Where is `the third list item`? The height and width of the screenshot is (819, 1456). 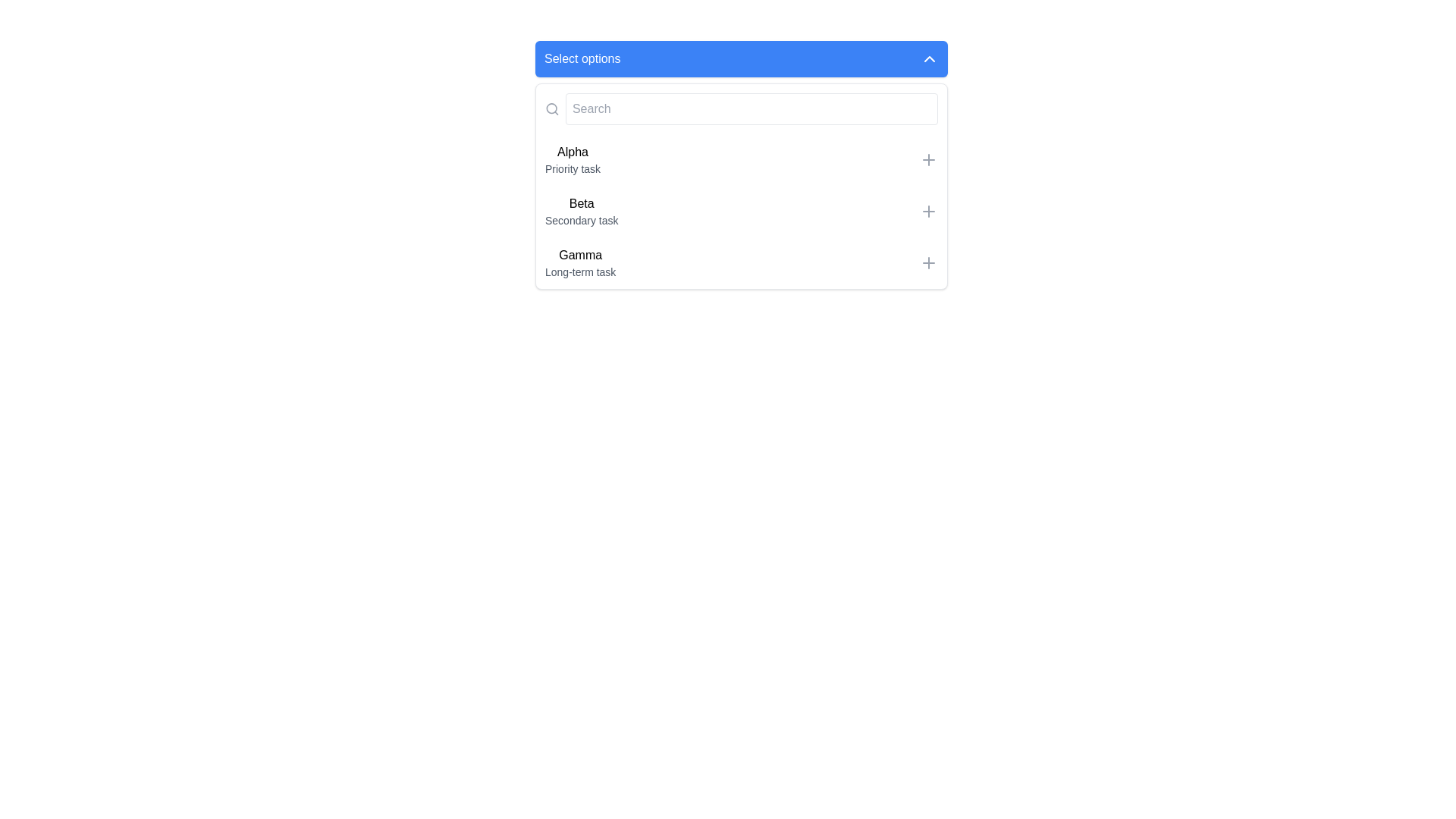 the third list item is located at coordinates (579, 262).